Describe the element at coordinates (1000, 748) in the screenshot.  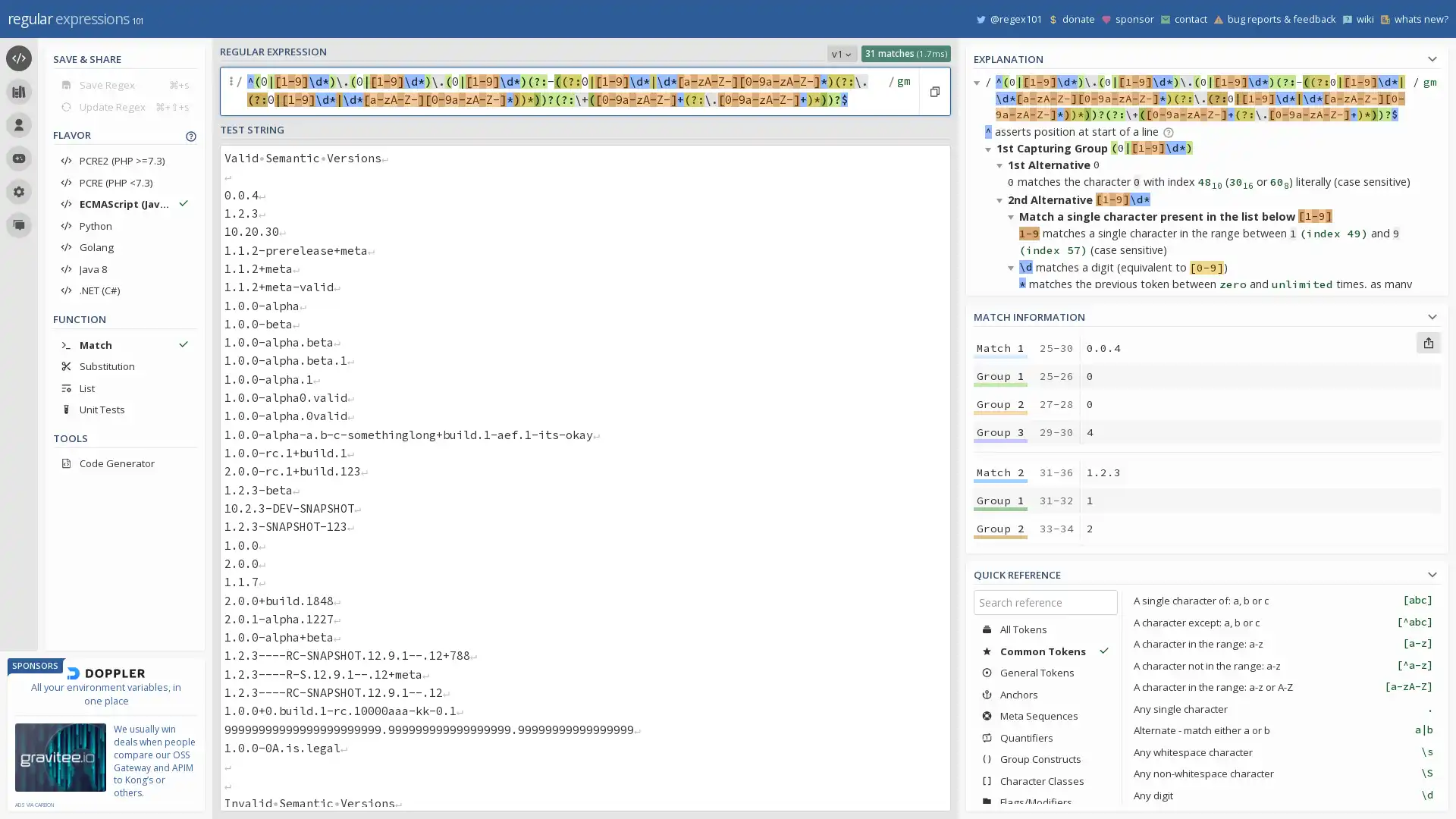
I see `Group 1` at that location.